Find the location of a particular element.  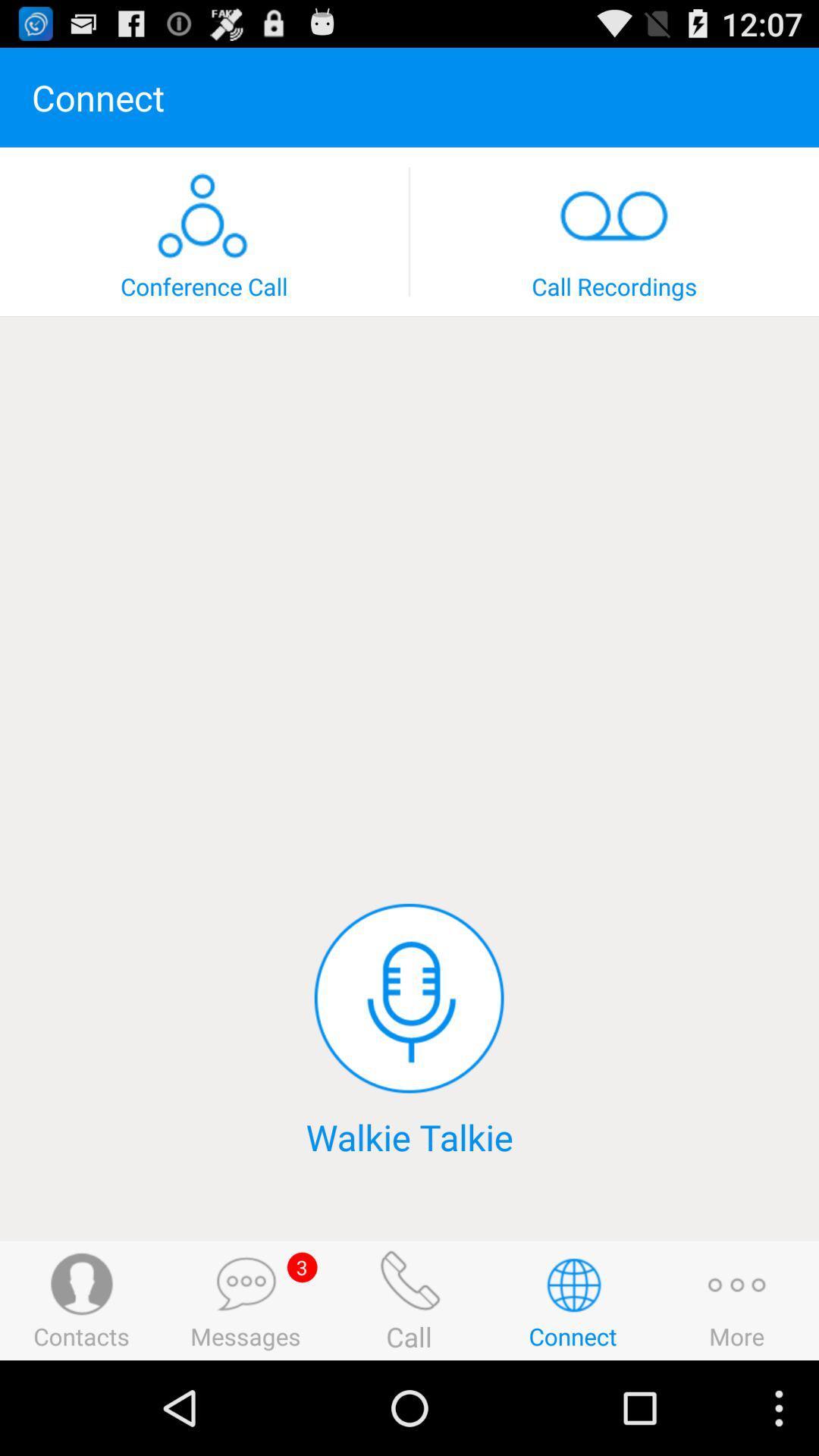

switch mic on is located at coordinates (408, 998).